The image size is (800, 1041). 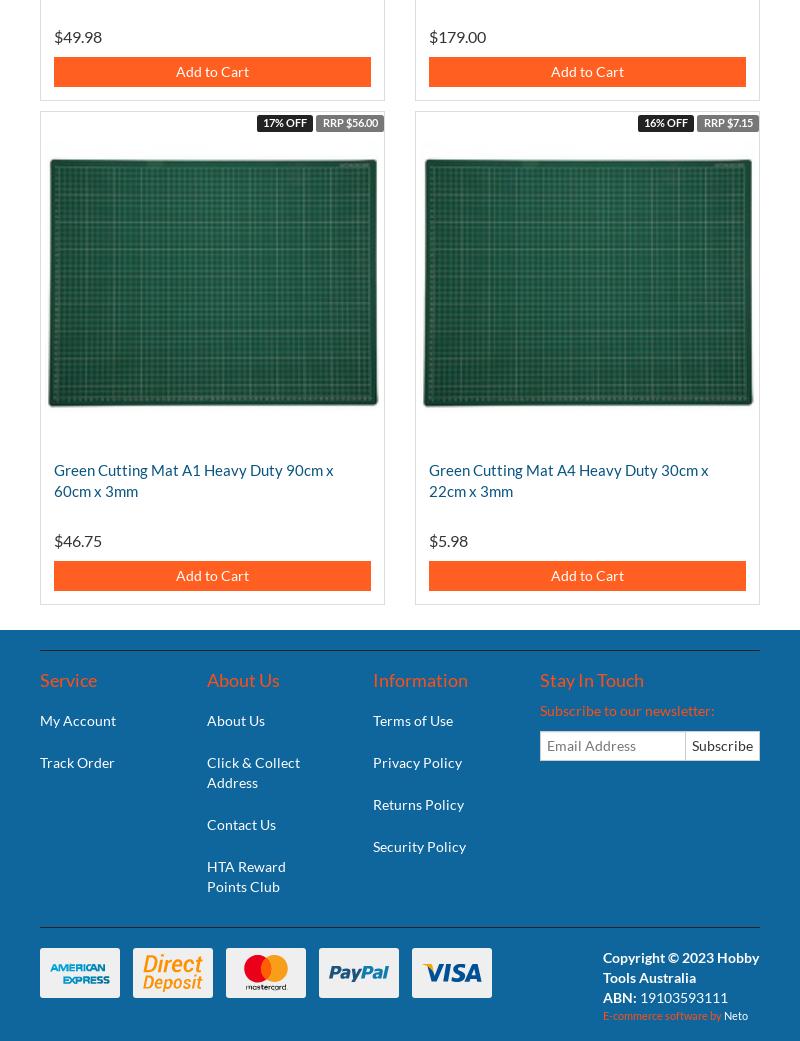 I want to click on '19103593111', so click(x=681, y=996).